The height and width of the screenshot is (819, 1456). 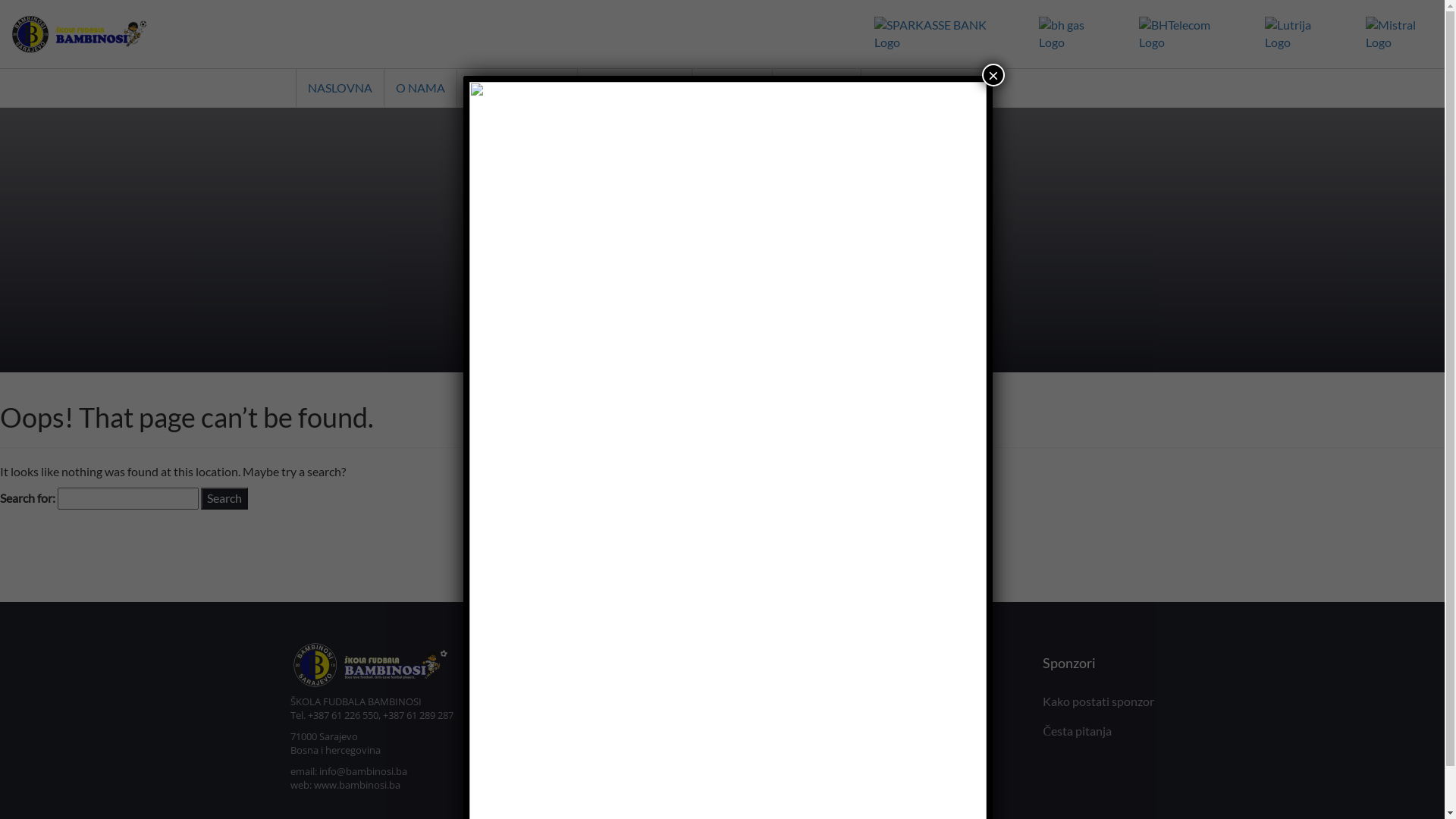 I want to click on 'Search', so click(x=224, y=498).